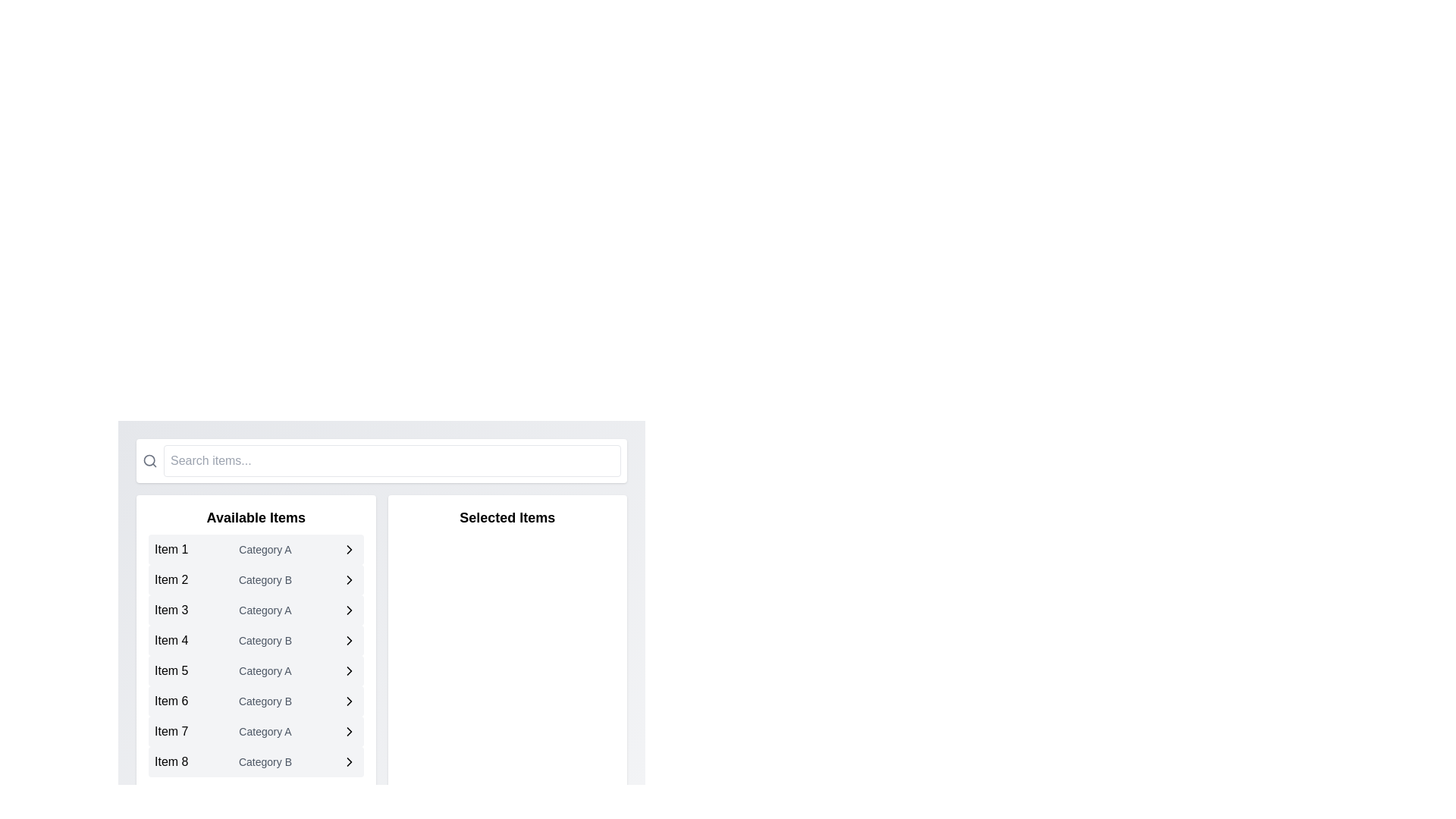 This screenshot has width=1456, height=819. I want to click on the label text displaying 'Item 7', so click(171, 730).